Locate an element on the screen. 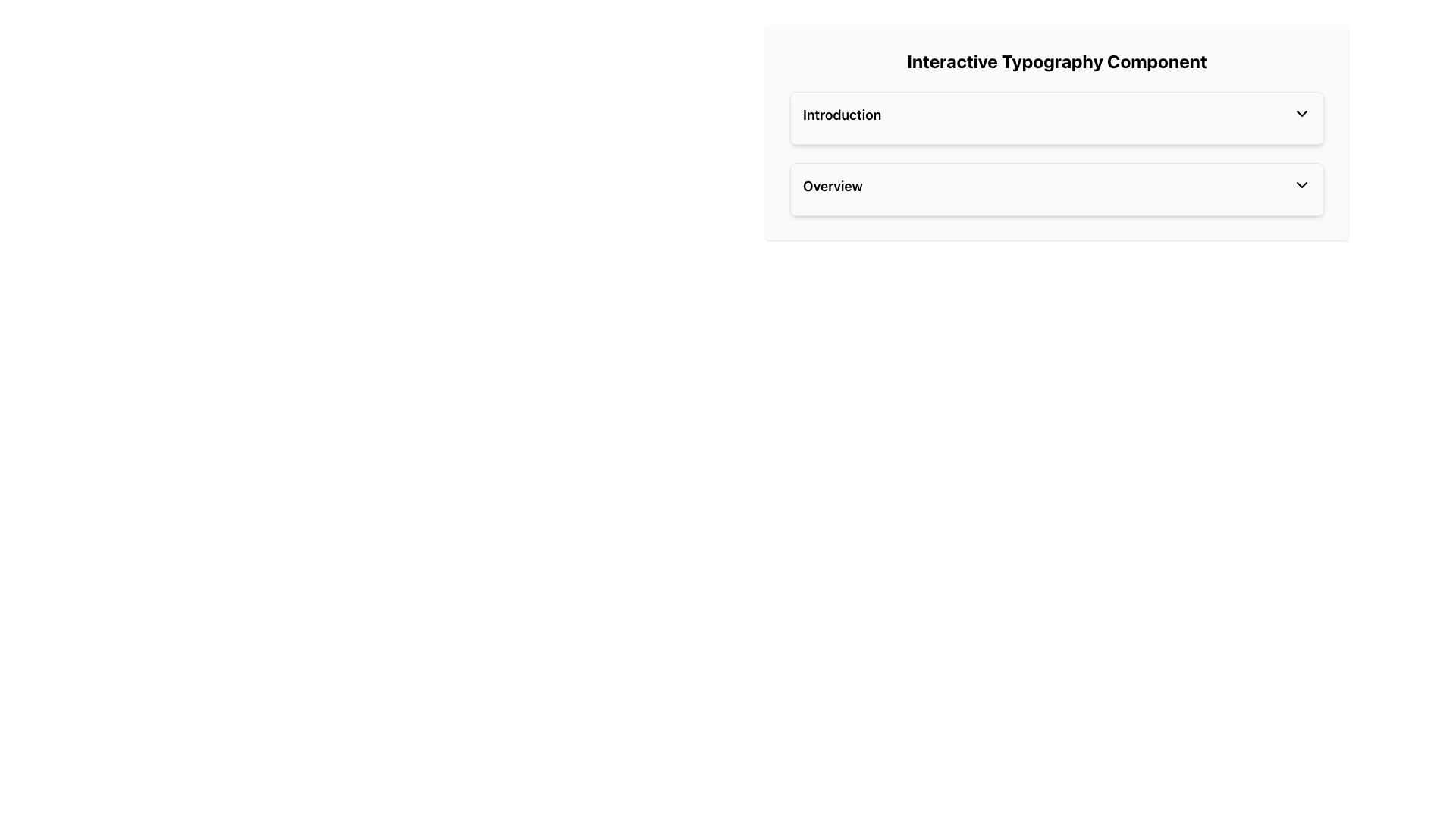 The image size is (1456, 819). the Chevron Down icon located at the far right of the 'Introduction' collapsible section header is located at coordinates (1301, 113).